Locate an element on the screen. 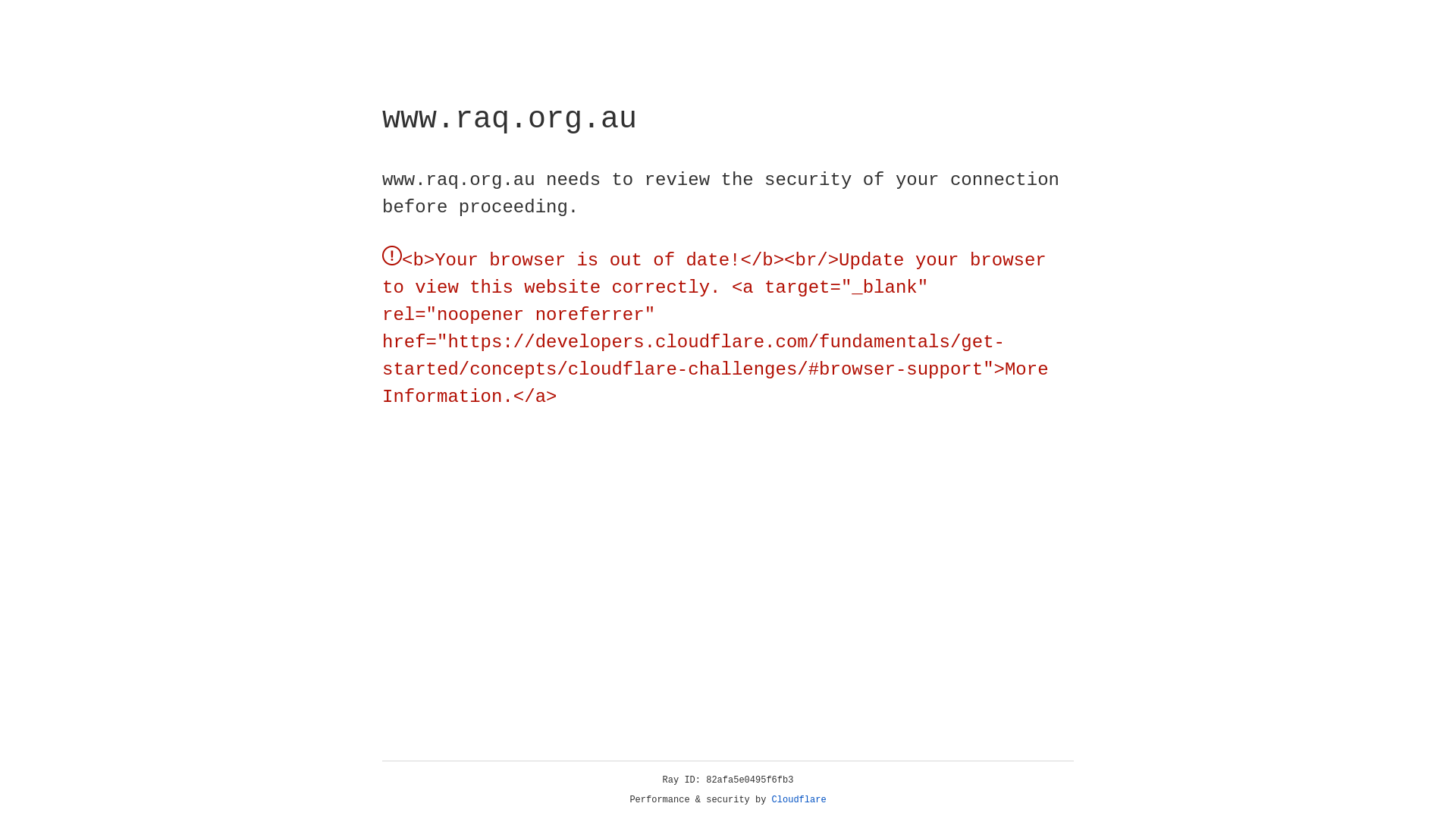  'Cloudflare' is located at coordinates (799, 799).